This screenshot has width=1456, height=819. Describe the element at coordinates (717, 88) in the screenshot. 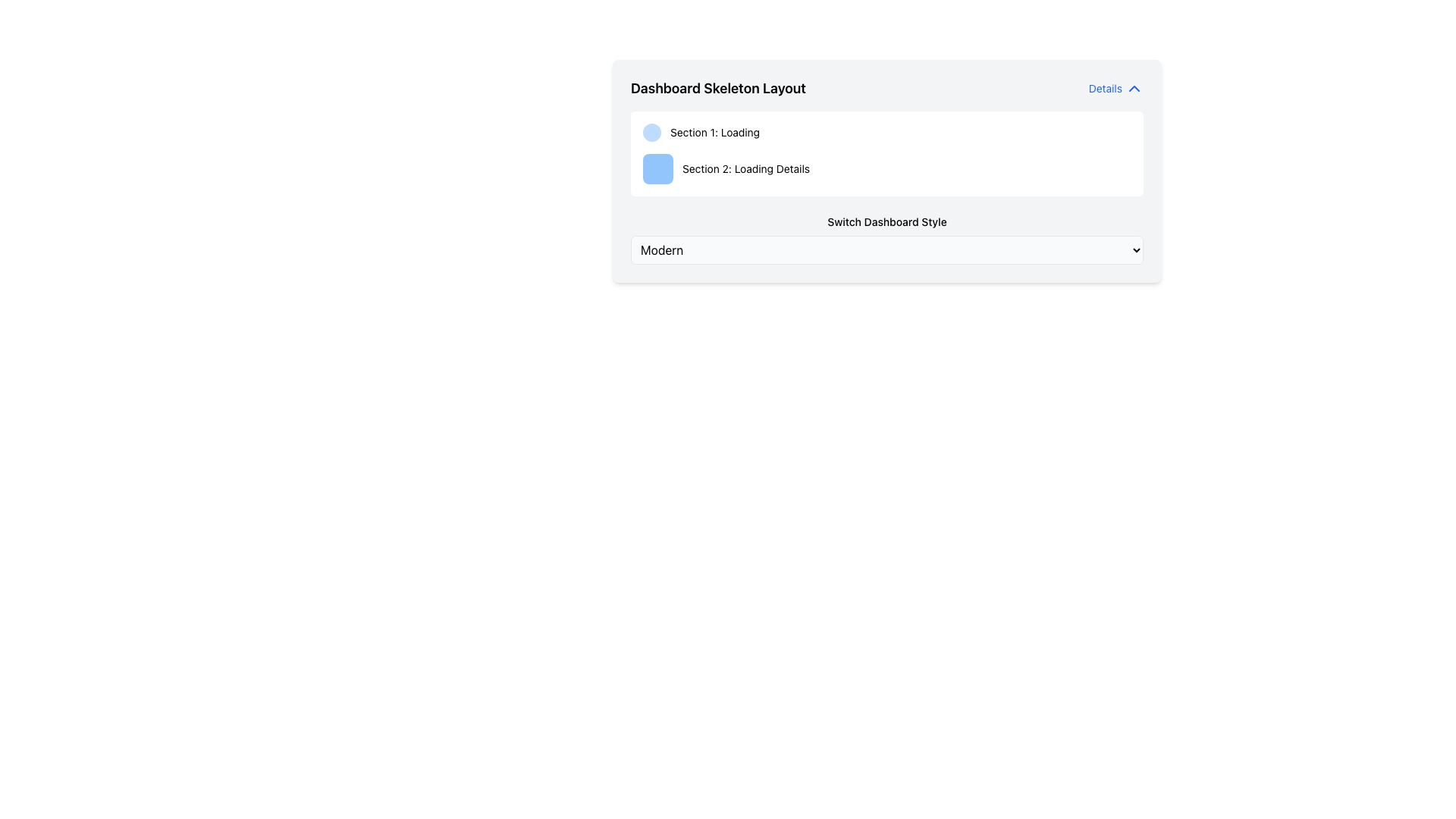

I see `text from the title label at the top of the interface, which serves as an identifier for the content below it` at that location.